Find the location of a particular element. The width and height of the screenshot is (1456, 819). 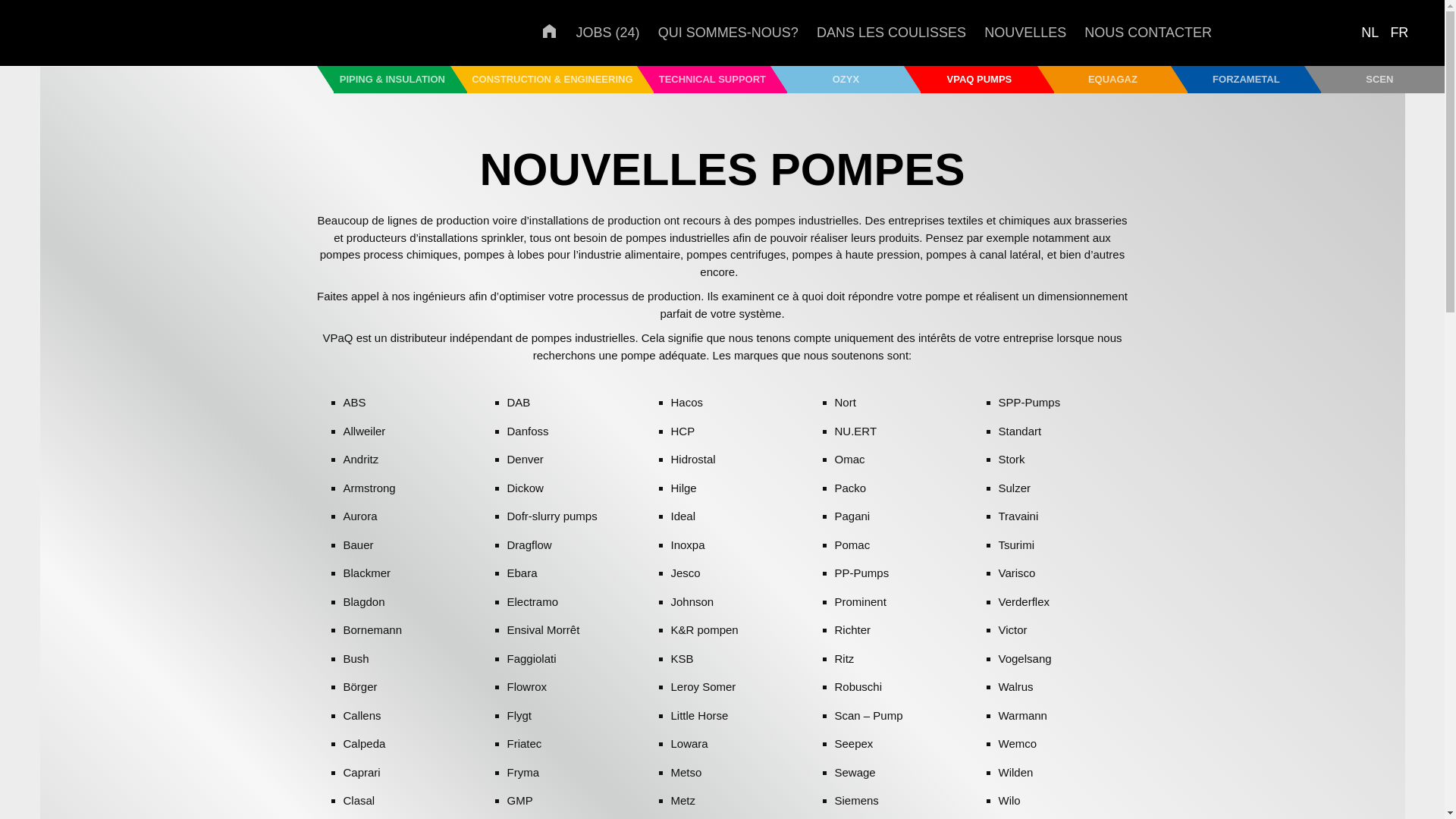

'ACCUEIL' is located at coordinates (542, 33).